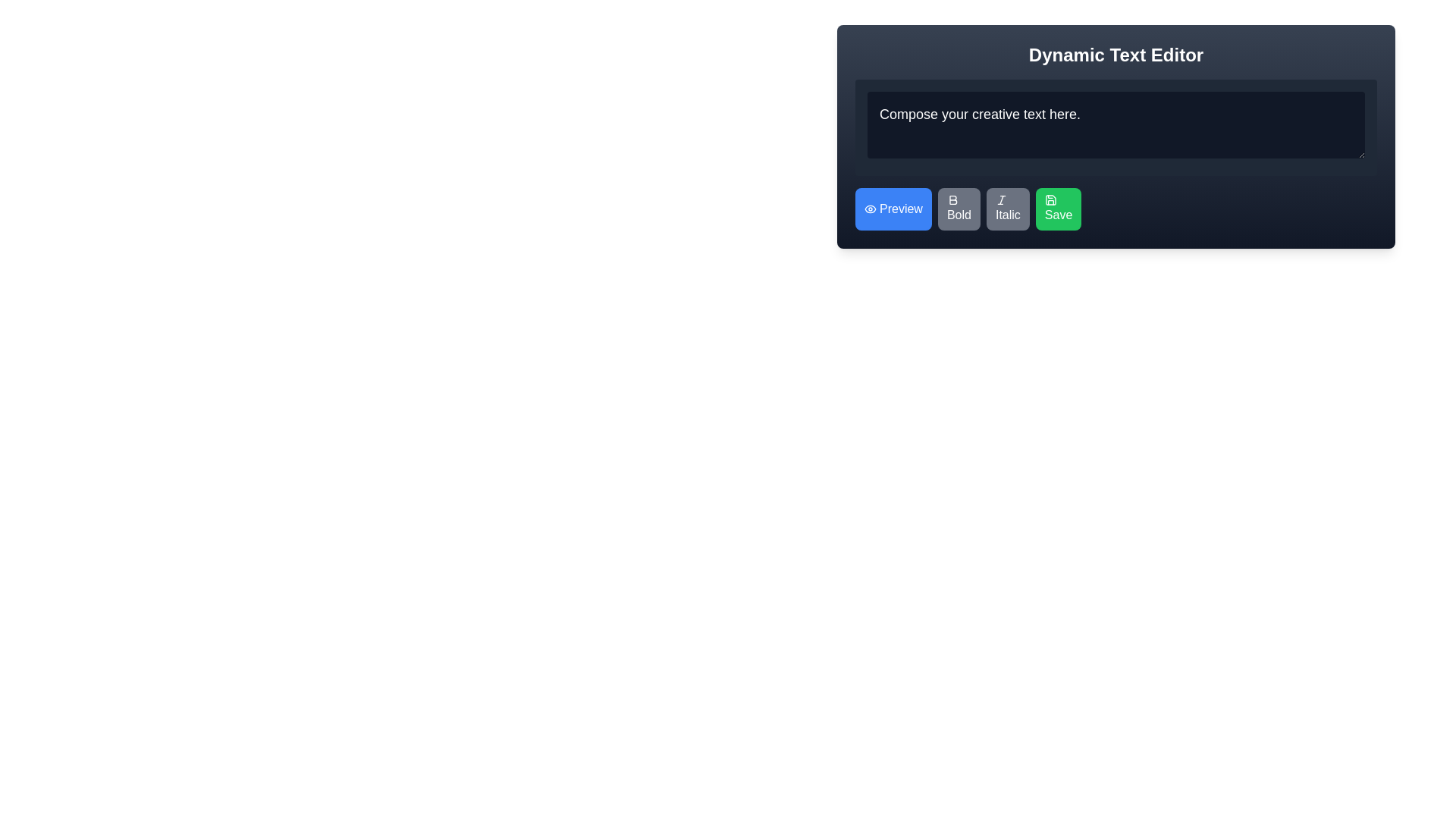 The image size is (1456, 819). I want to click on the 'Bold' button icon in the toolbar to apply bold formatting to the selected text, so click(952, 199).